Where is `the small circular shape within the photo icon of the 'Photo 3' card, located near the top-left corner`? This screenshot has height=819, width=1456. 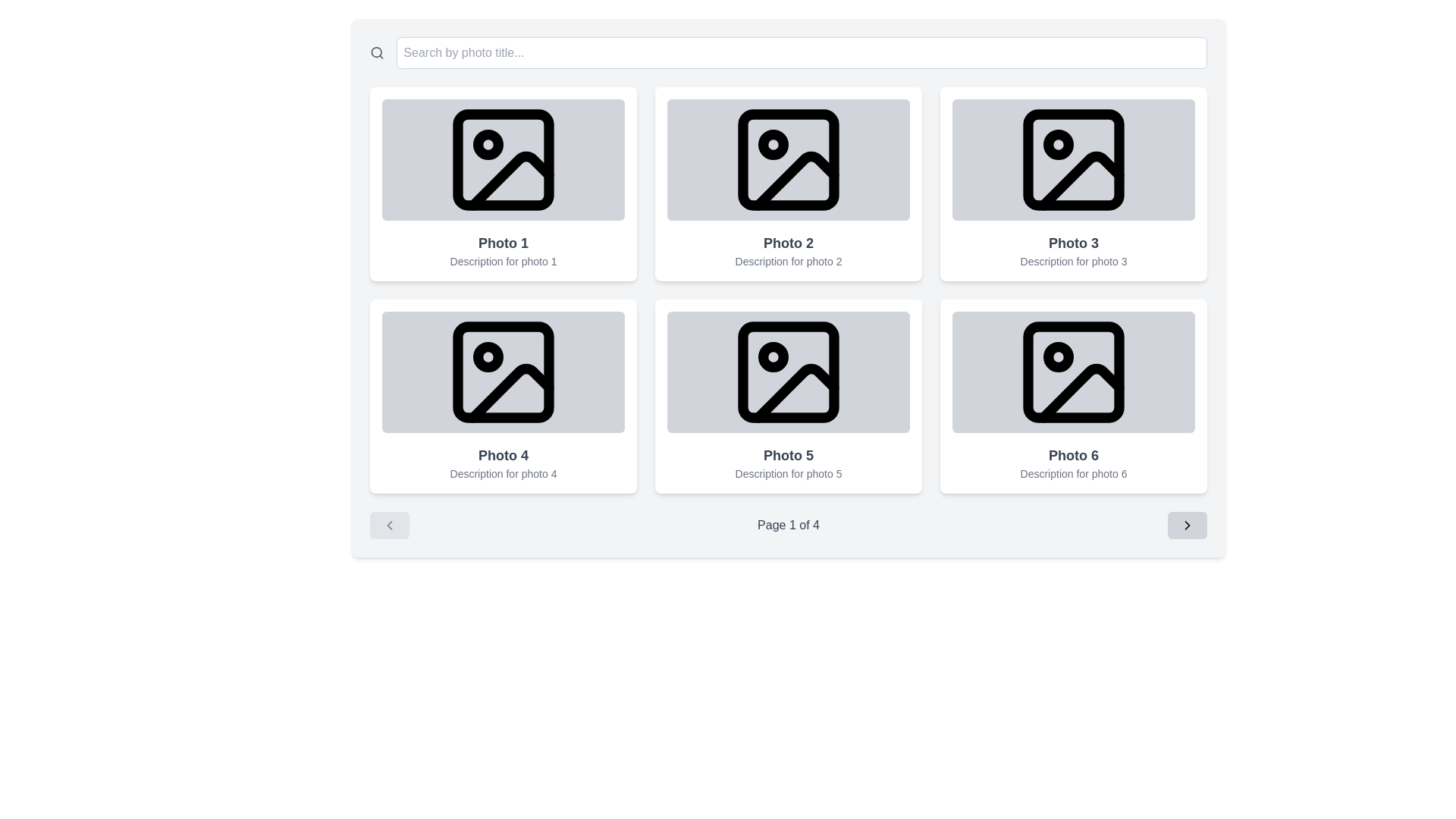
the small circular shape within the photo icon of the 'Photo 3' card, located near the top-left corner is located at coordinates (1058, 145).